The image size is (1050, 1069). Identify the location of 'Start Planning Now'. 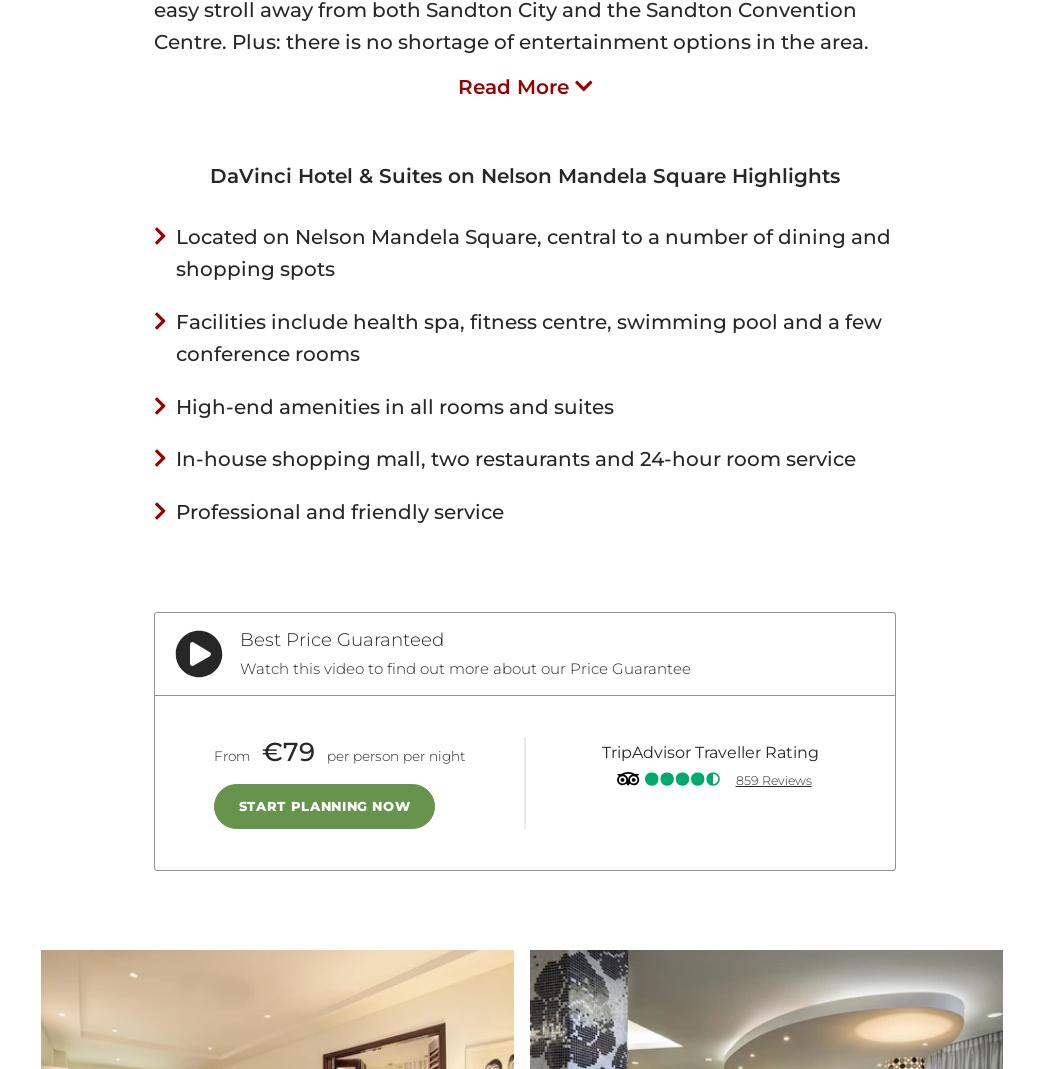
(324, 806).